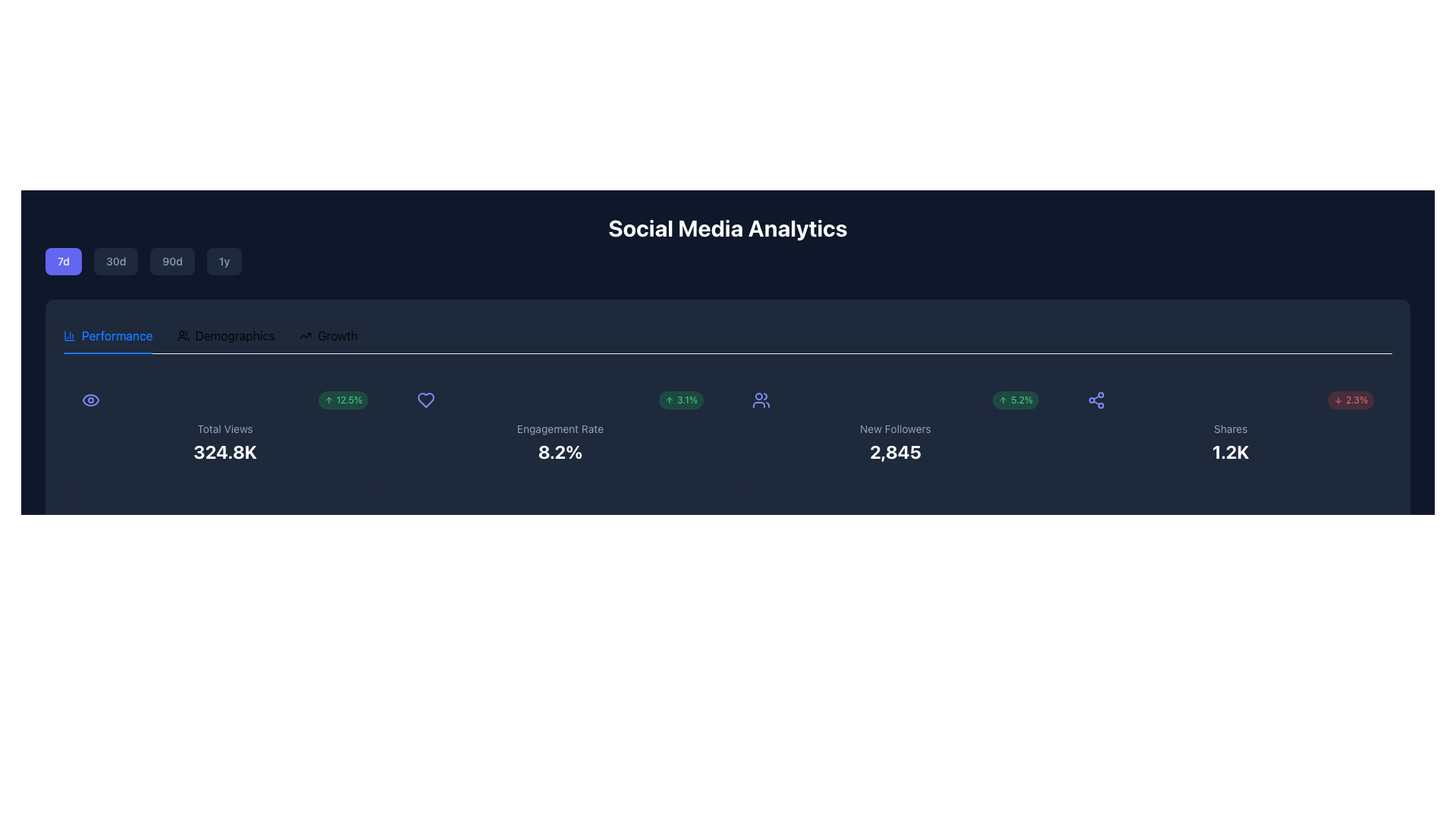 This screenshot has height=819, width=1456. Describe the element at coordinates (172, 260) in the screenshot. I see `the third button in the horizontal group of four buttons located in the leftmost section of the interface's header` at that location.